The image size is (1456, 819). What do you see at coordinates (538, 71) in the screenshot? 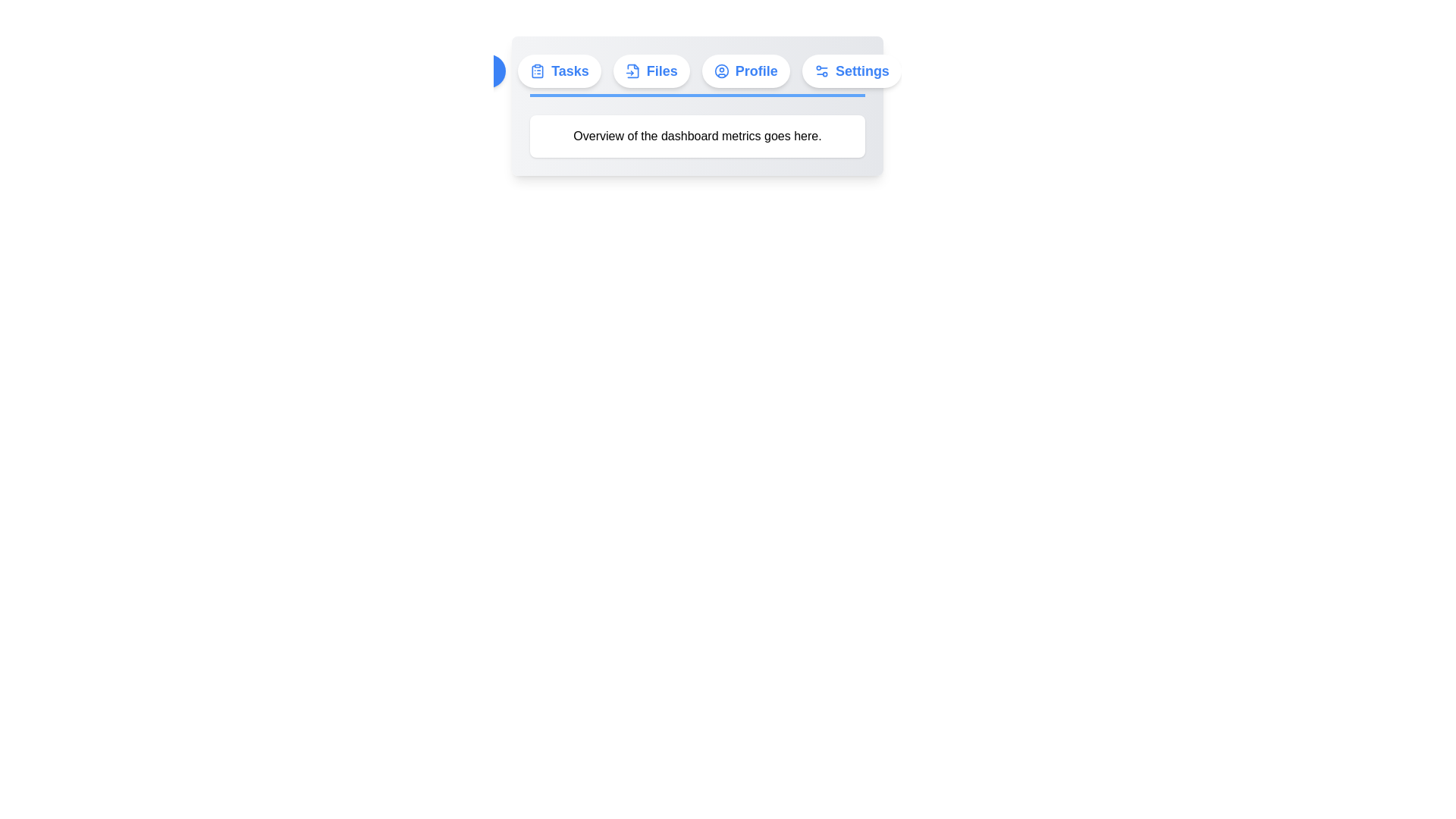
I see `the non-interactive icon located to the left of the 'Tasks' button in the horizontal navigation bar, which visually represents task-oriented functionalities` at bounding box center [538, 71].